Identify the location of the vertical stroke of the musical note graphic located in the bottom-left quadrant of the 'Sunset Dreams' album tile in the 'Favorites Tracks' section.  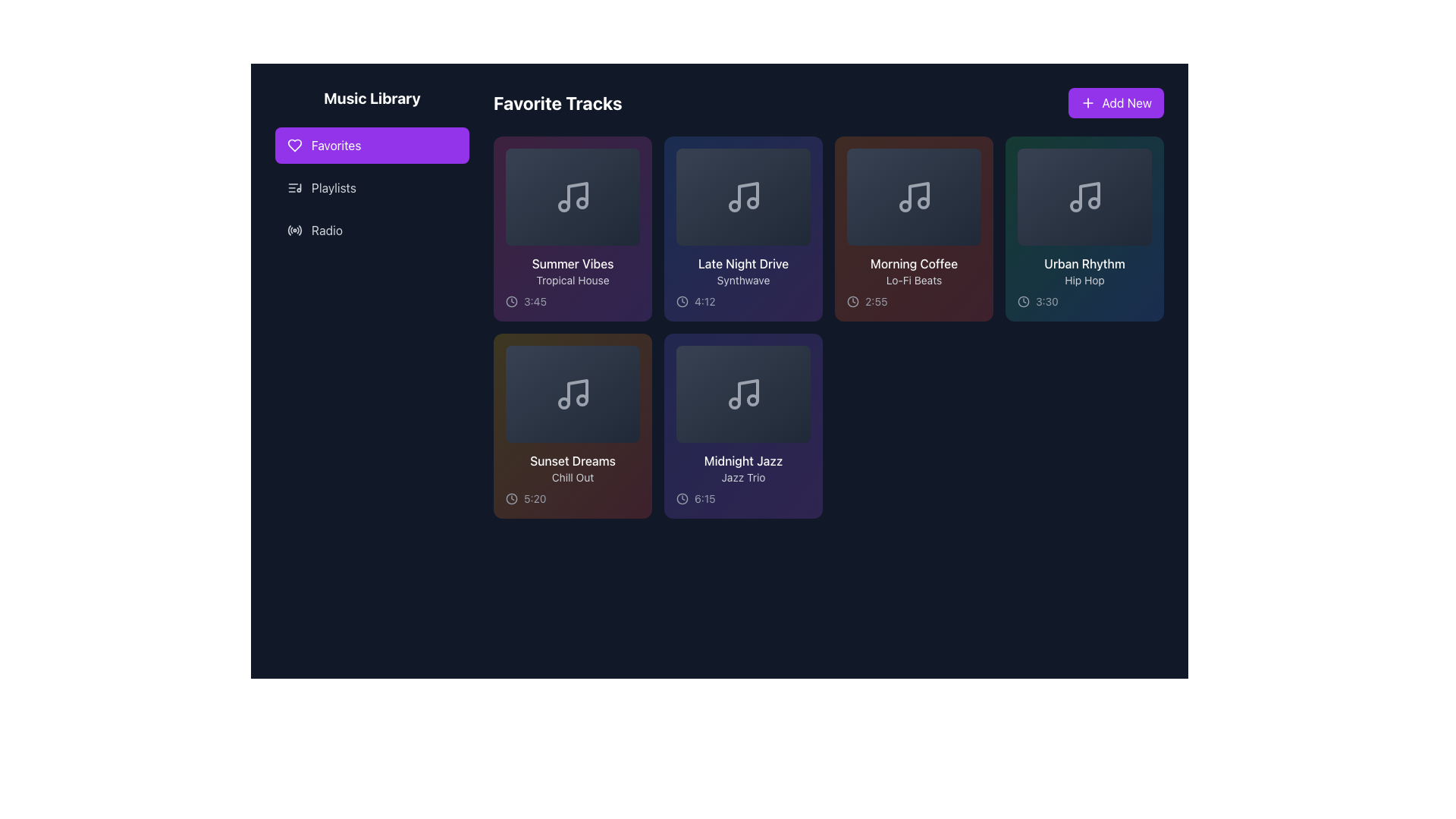
(576, 391).